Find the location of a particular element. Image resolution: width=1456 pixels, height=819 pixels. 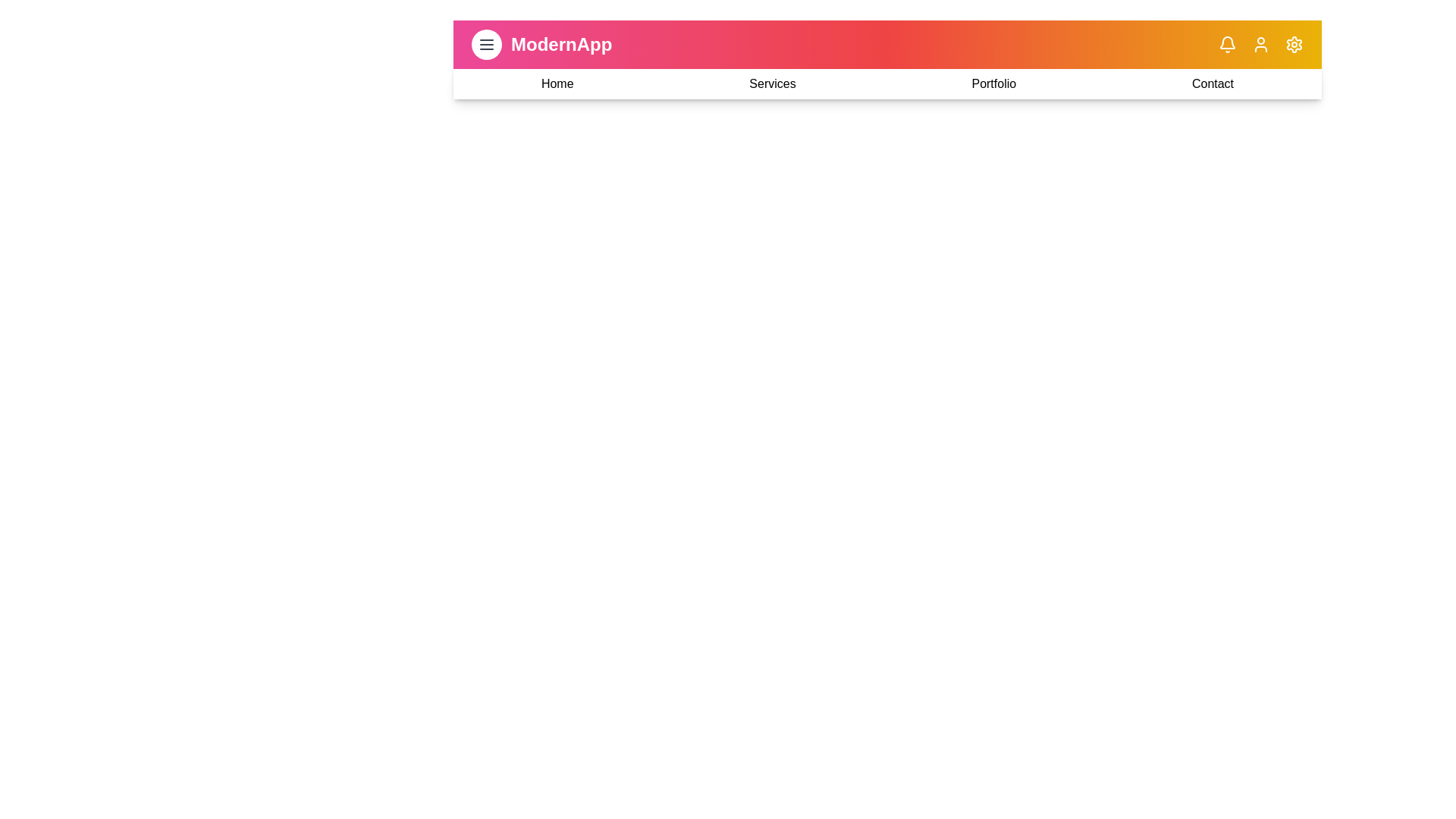

the settings icon in the app bar is located at coordinates (1294, 43).